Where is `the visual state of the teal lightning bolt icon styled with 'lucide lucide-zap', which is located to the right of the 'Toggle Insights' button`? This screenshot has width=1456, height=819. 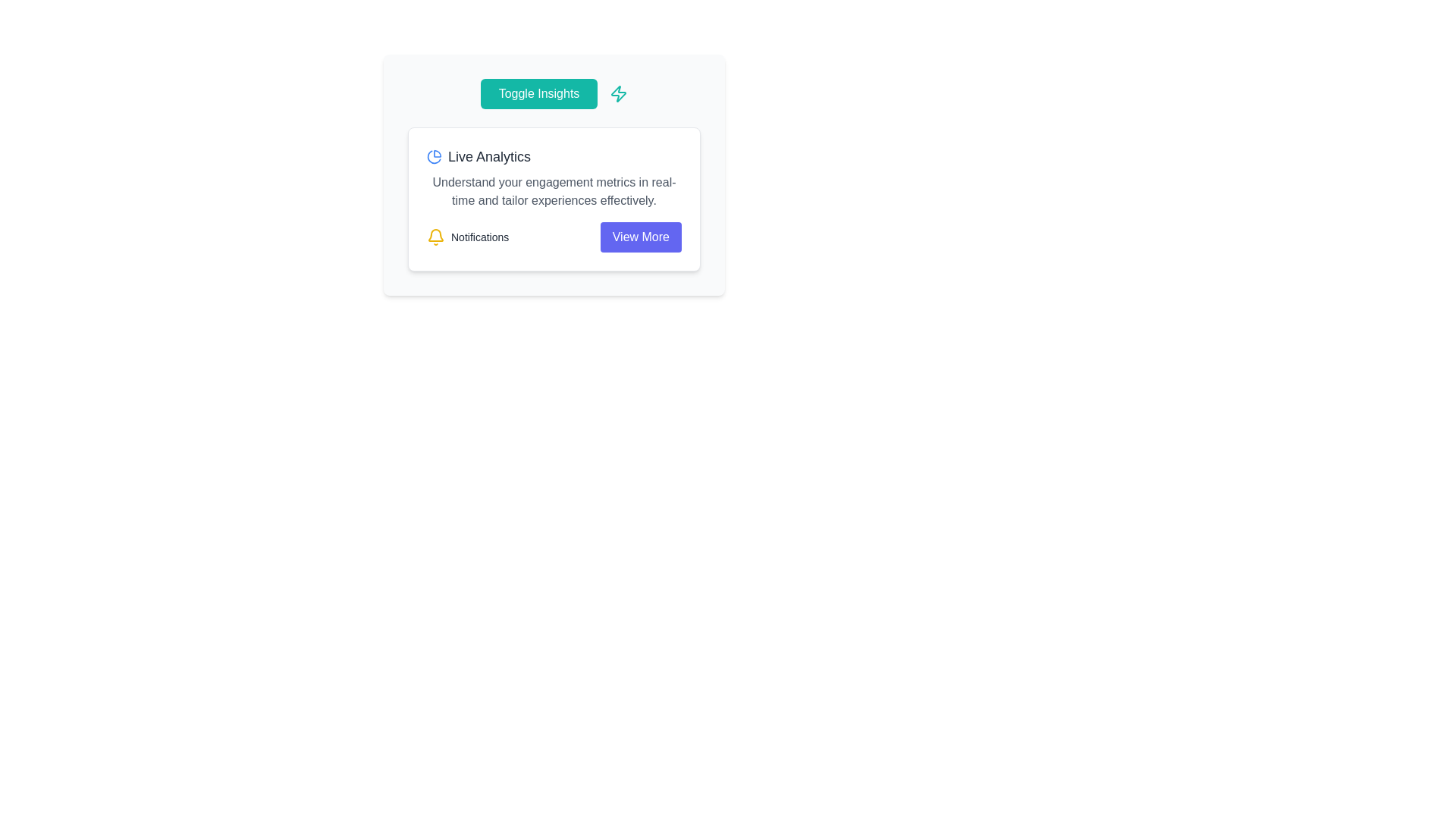
the visual state of the teal lightning bolt icon styled with 'lucide lucide-zap', which is located to the right of the 'Toggle Insights' button is located at coordinates (619, 93).